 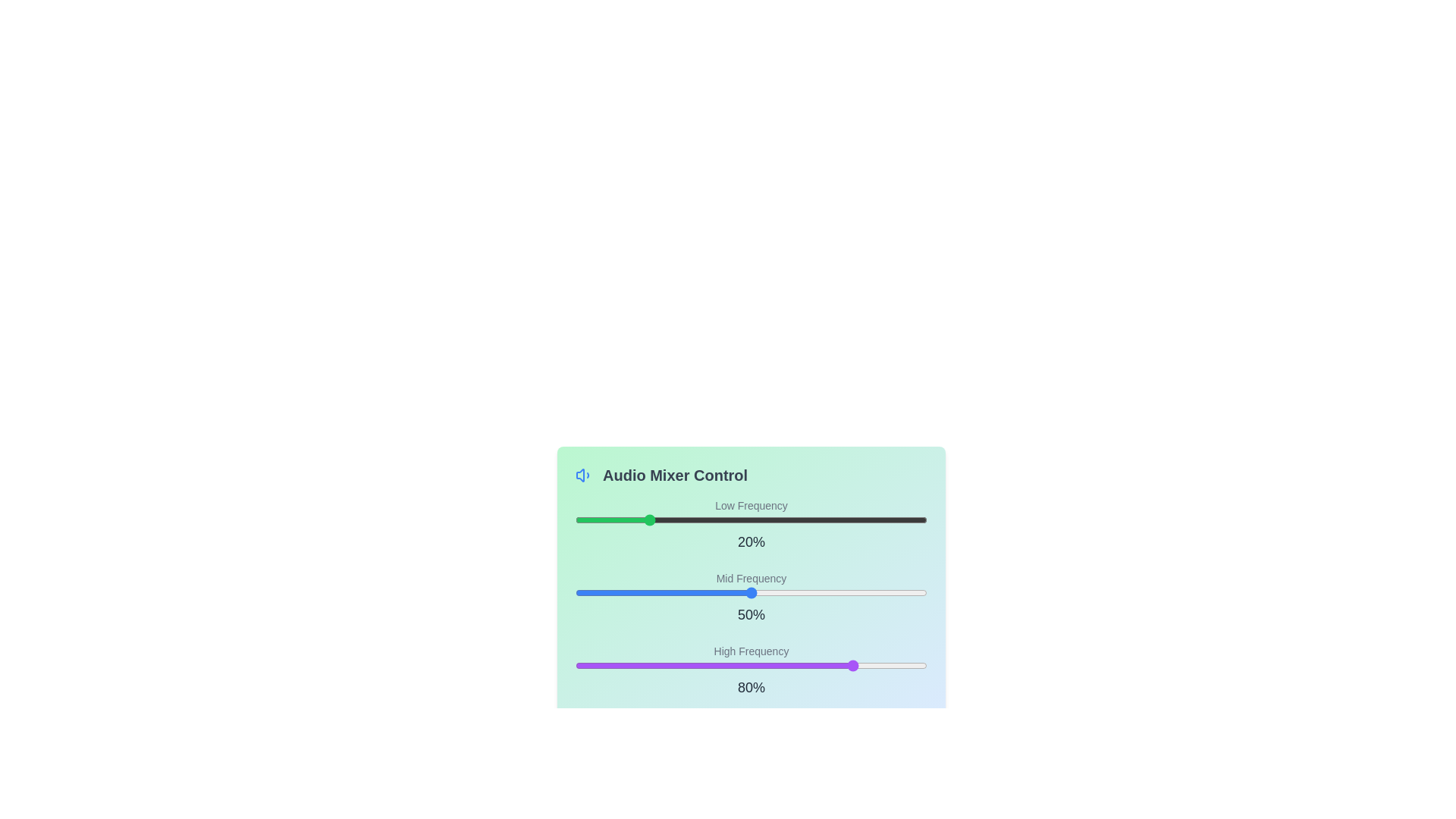 What do you see at coordinates (730, 592) in the screenshot?
I see `the 'Mid Frequency' slider` at bounding box center [730, 592].